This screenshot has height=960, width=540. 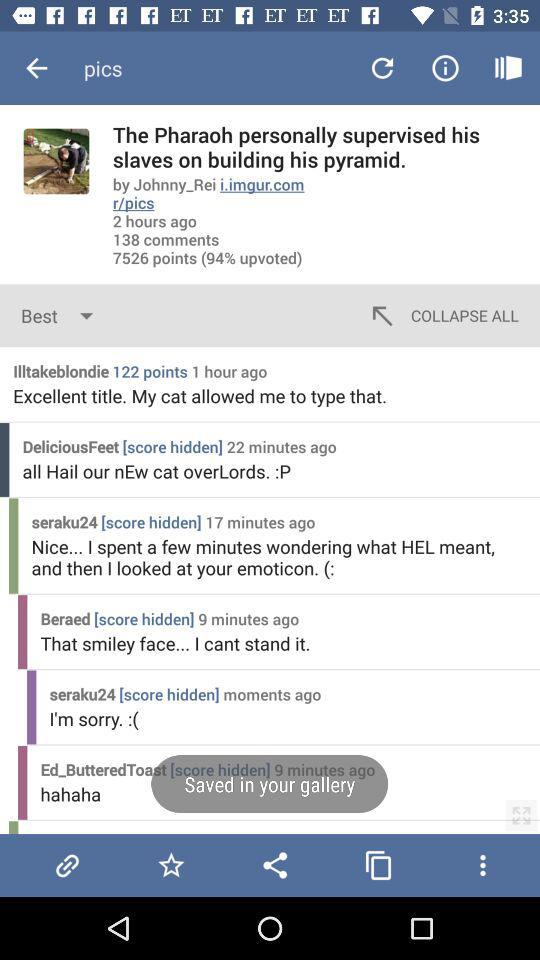 I want to click on the image, so click(x=171, y=864).